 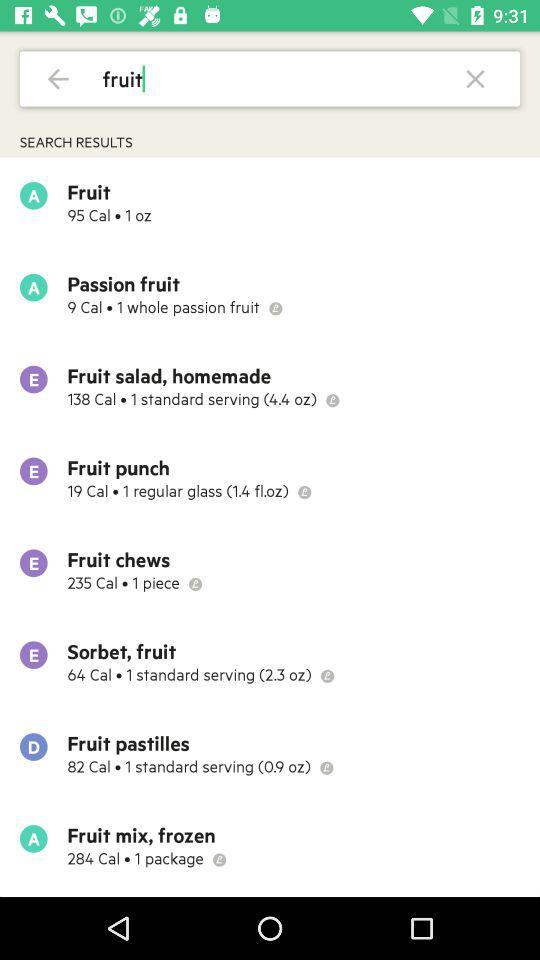 I want to click on the item at the top right corner, so click(x=474, y=78).